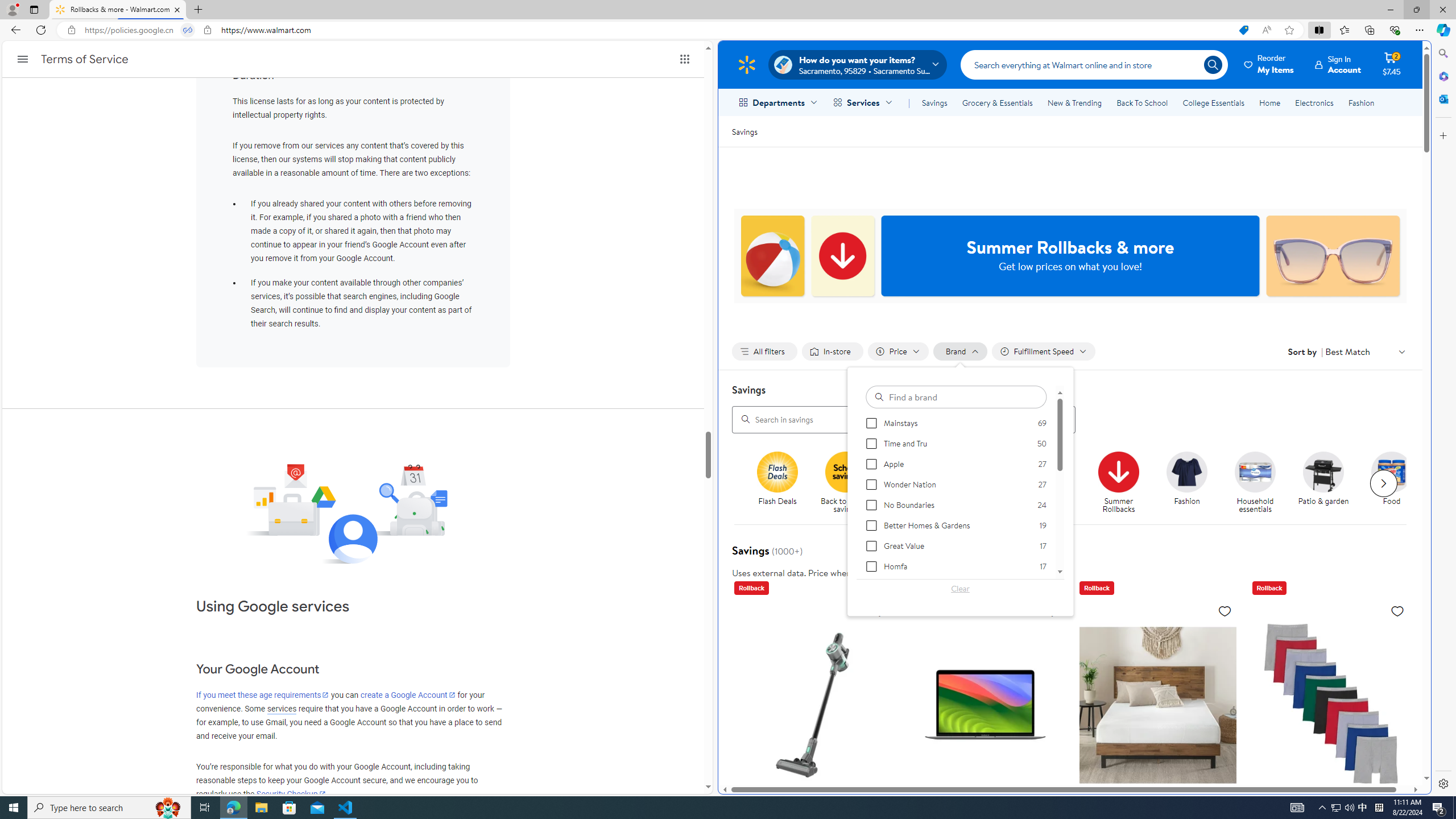  Describe the element at coordinates (1243, 30) in the screenshot. I see `'This site has coupons! Shopping in Microsoft Edge, 7'` at that location.